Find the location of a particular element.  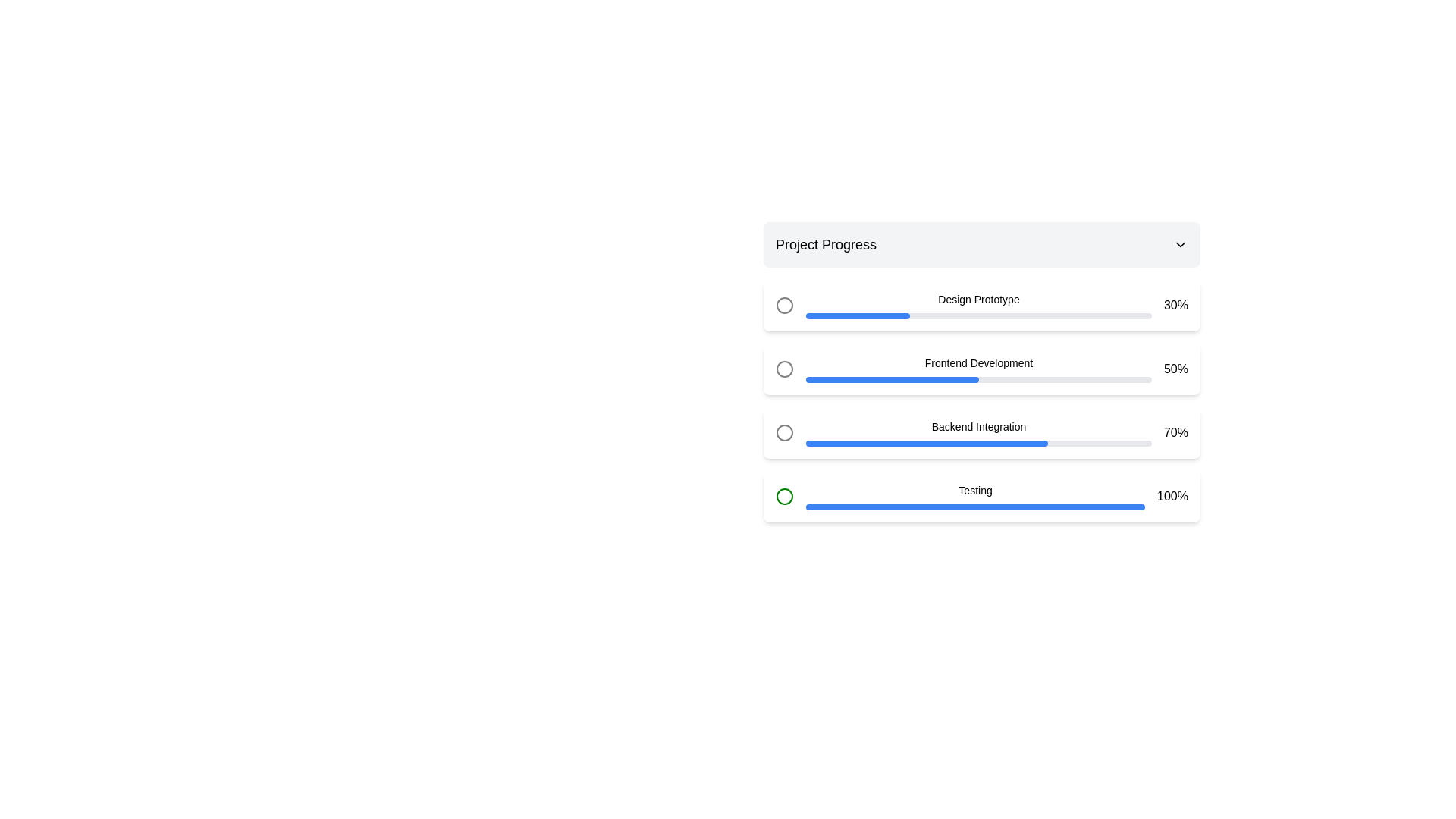

progress value from the Progress Bar that visually represents approximately 70% completion of the 'Backend Integration' task, located below the 'Backend Integration' label and above the 'Testing' label is located at coordinates (926, 444).